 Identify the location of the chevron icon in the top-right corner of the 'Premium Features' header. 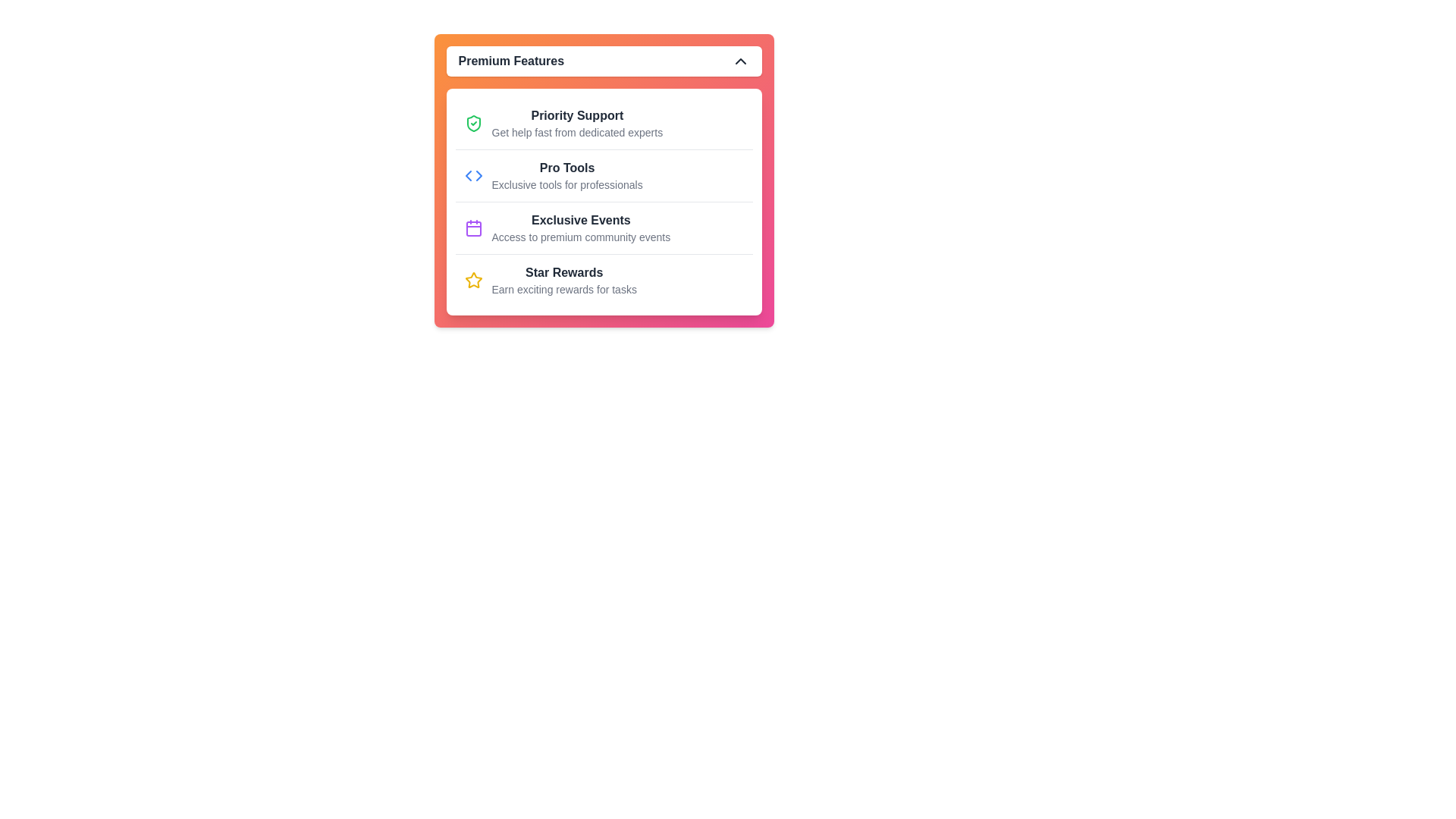
(740, 61).